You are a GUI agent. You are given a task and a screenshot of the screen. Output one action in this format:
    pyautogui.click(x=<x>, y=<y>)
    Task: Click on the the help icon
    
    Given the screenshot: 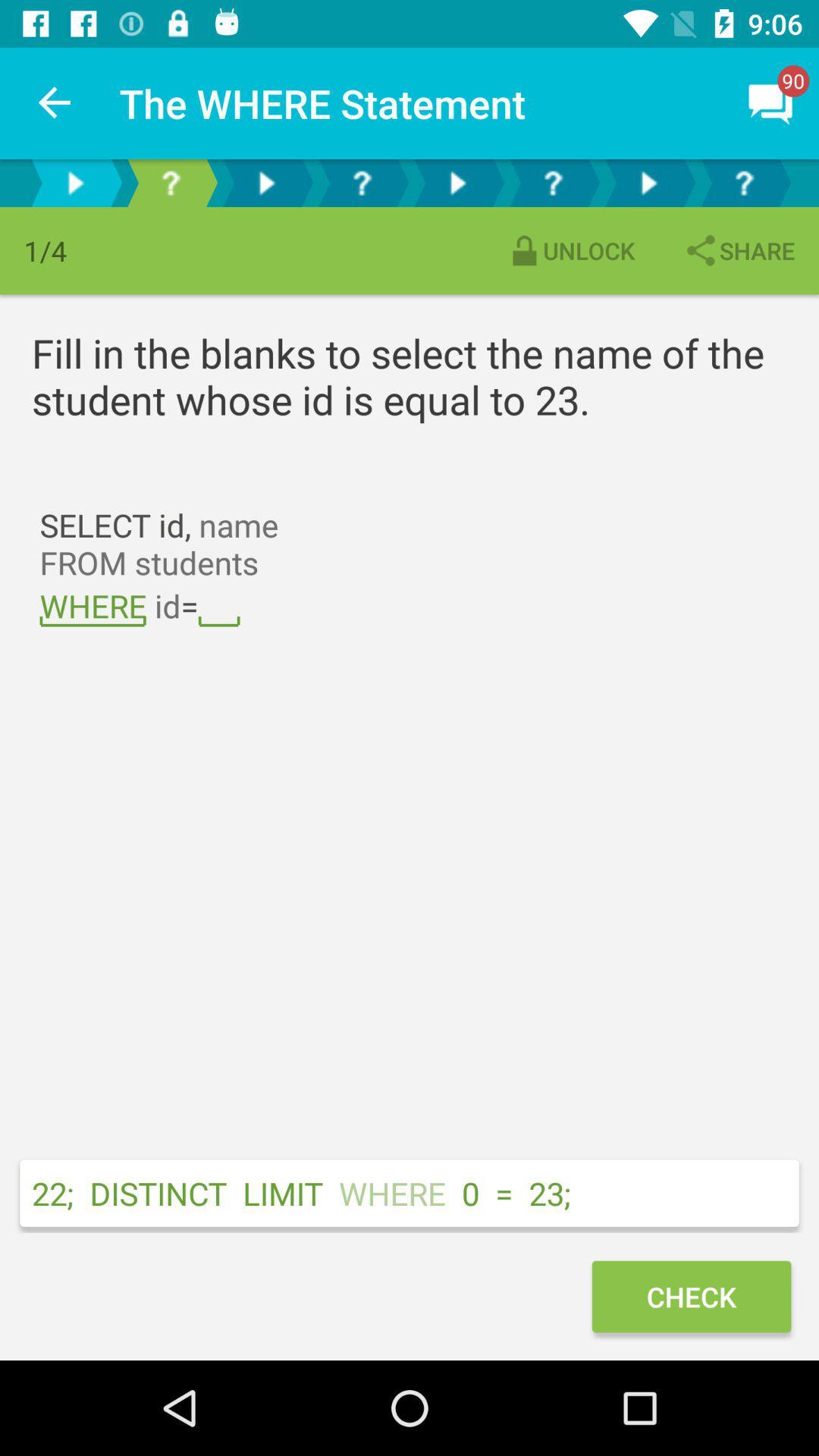 What is the action you would take?
    pyautogui.click(x=170, y=182)
    